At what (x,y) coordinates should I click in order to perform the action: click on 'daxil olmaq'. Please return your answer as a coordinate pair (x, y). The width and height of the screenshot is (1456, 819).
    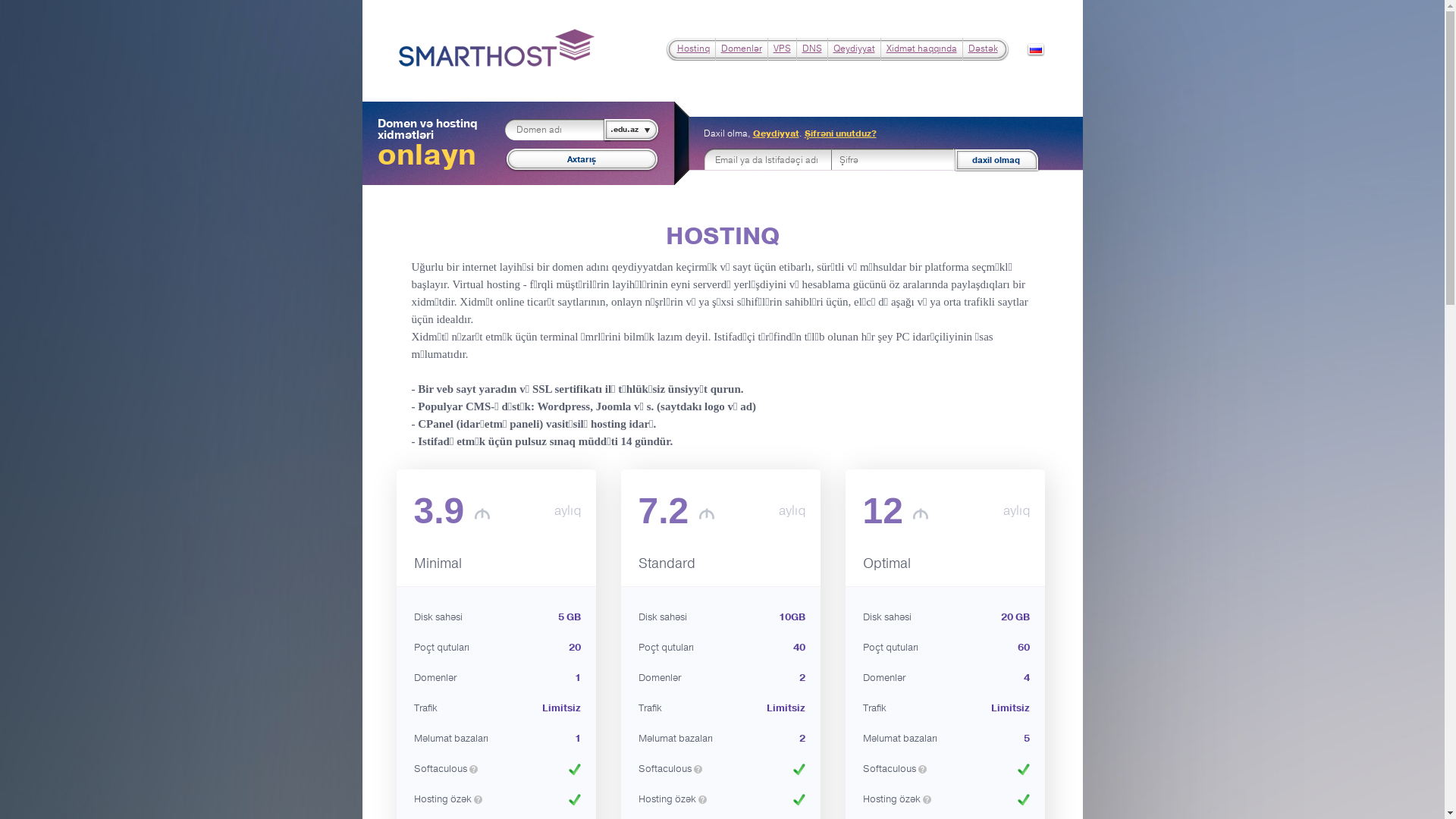
    Looking at the image, I should click on (993, 160).